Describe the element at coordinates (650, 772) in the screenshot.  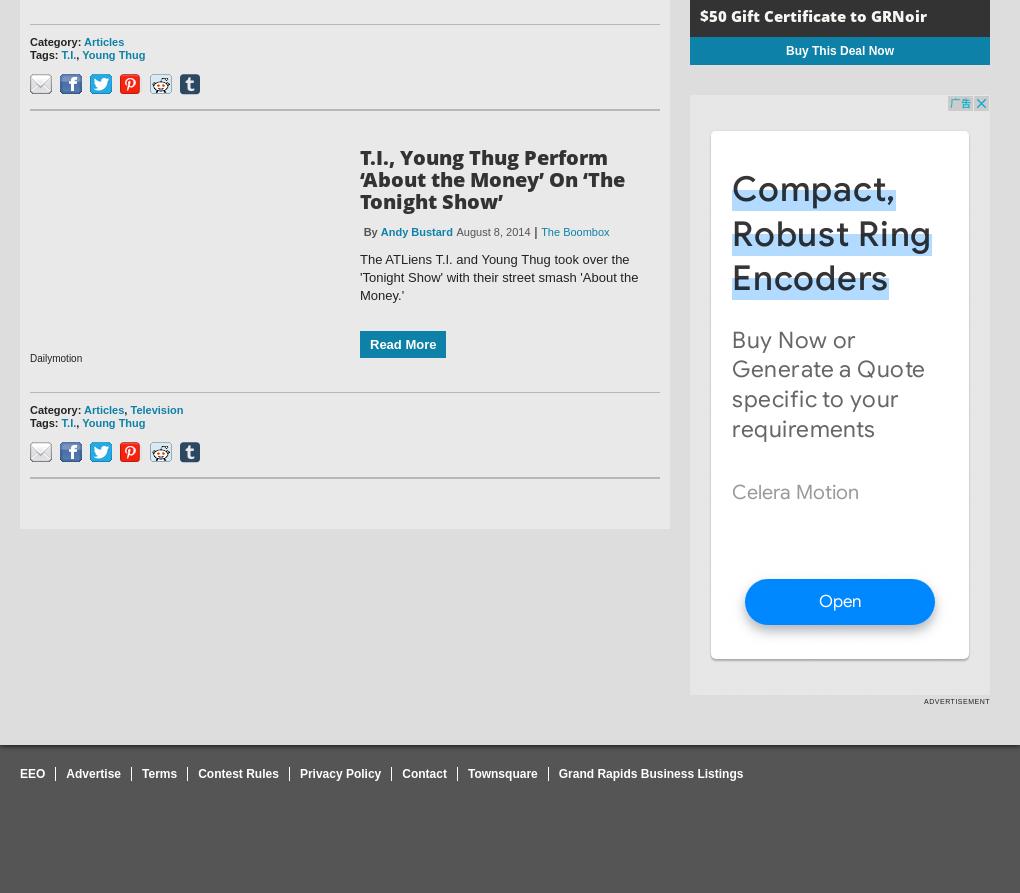
I see `'Grand Rapids Business Listings'` at that location.